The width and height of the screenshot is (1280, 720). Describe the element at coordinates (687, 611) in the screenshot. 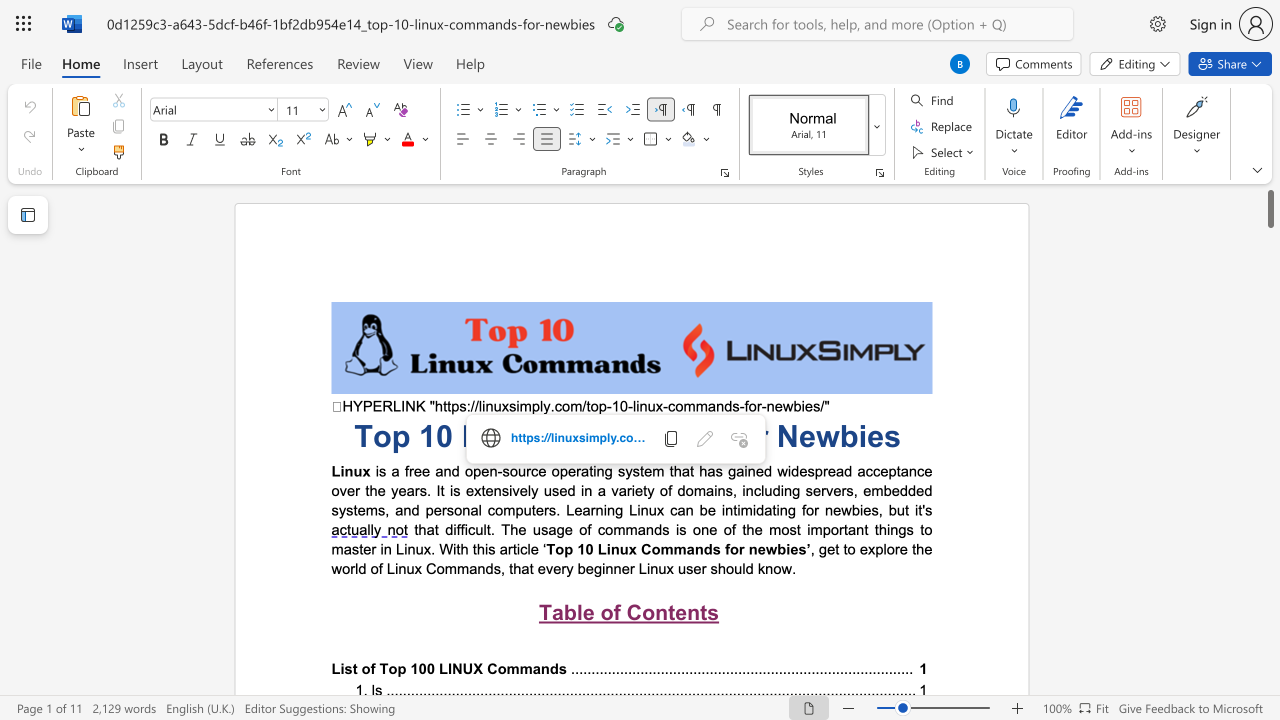

I see `the space between the continuous character "e" and "n" in the text` at that location.